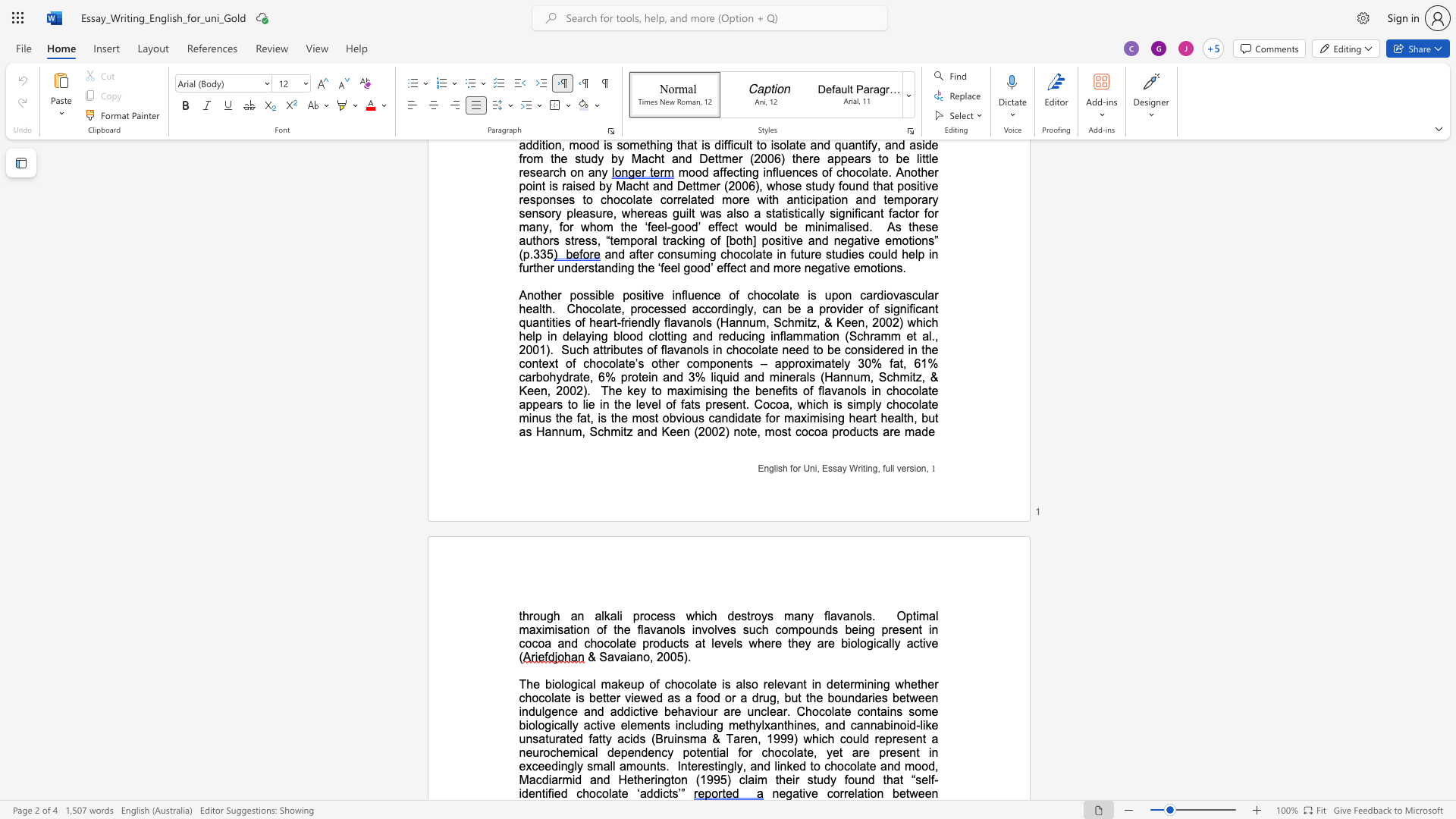  I want to click on the space between the continuous character "a" and "l" in the text, so click(899, 418).